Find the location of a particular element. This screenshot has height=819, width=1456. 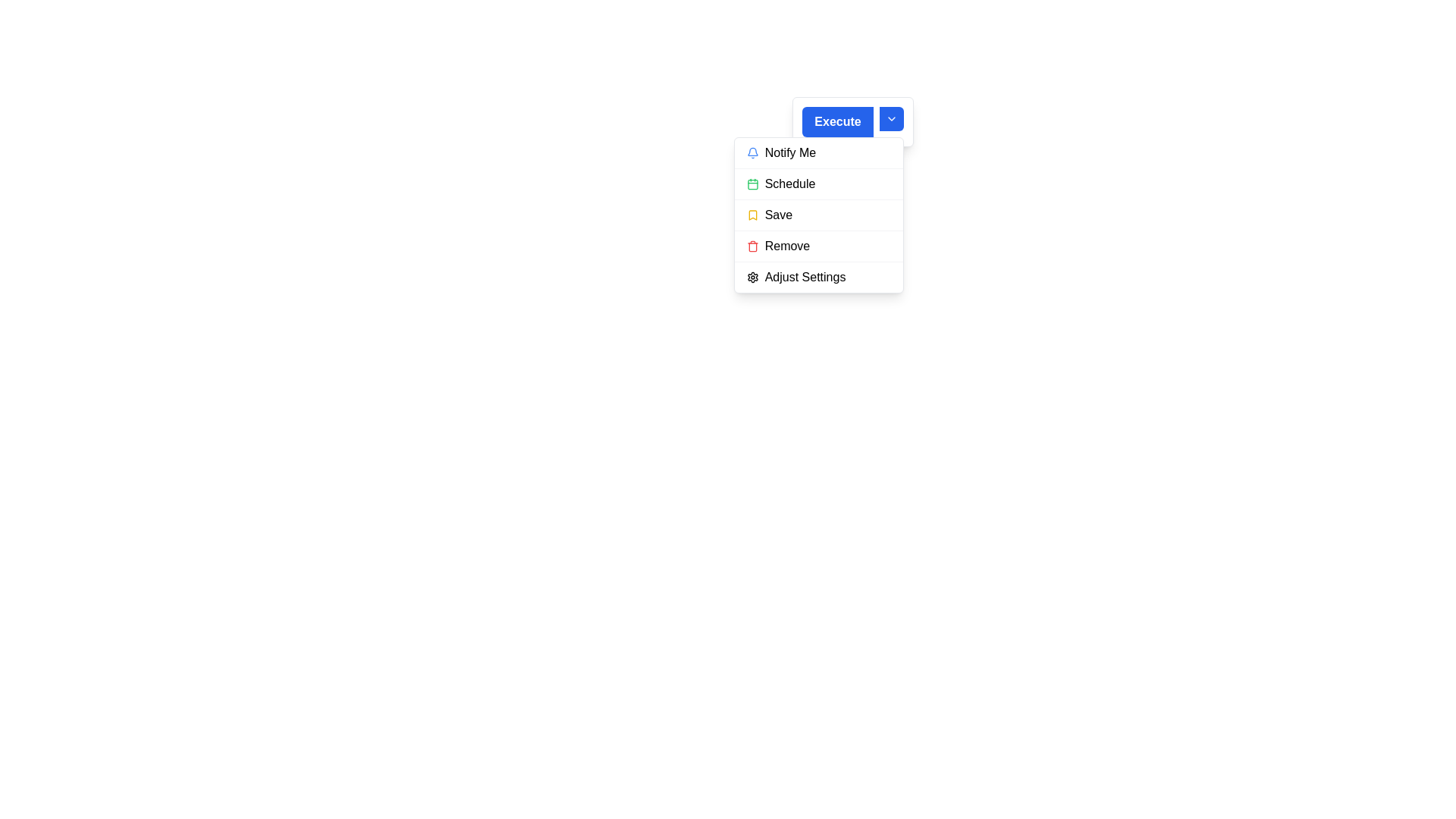

the 'Schedule' menu item, which is the second option in the vertical dropdown menu below the blue 'Execute' button is located at coordinates (817, 183).